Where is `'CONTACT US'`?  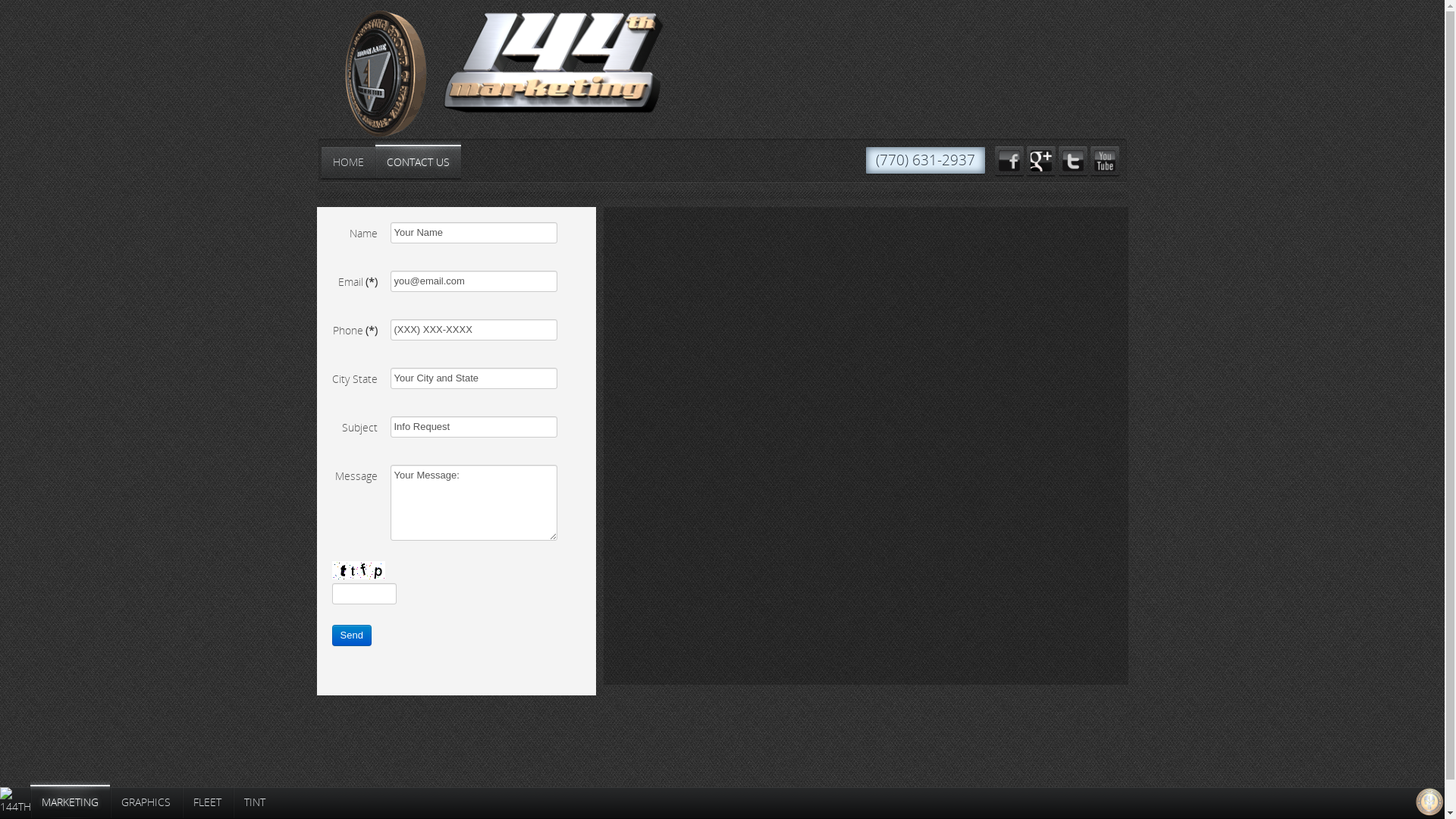 'CONTACT US' is located at coordinates (417, 162).